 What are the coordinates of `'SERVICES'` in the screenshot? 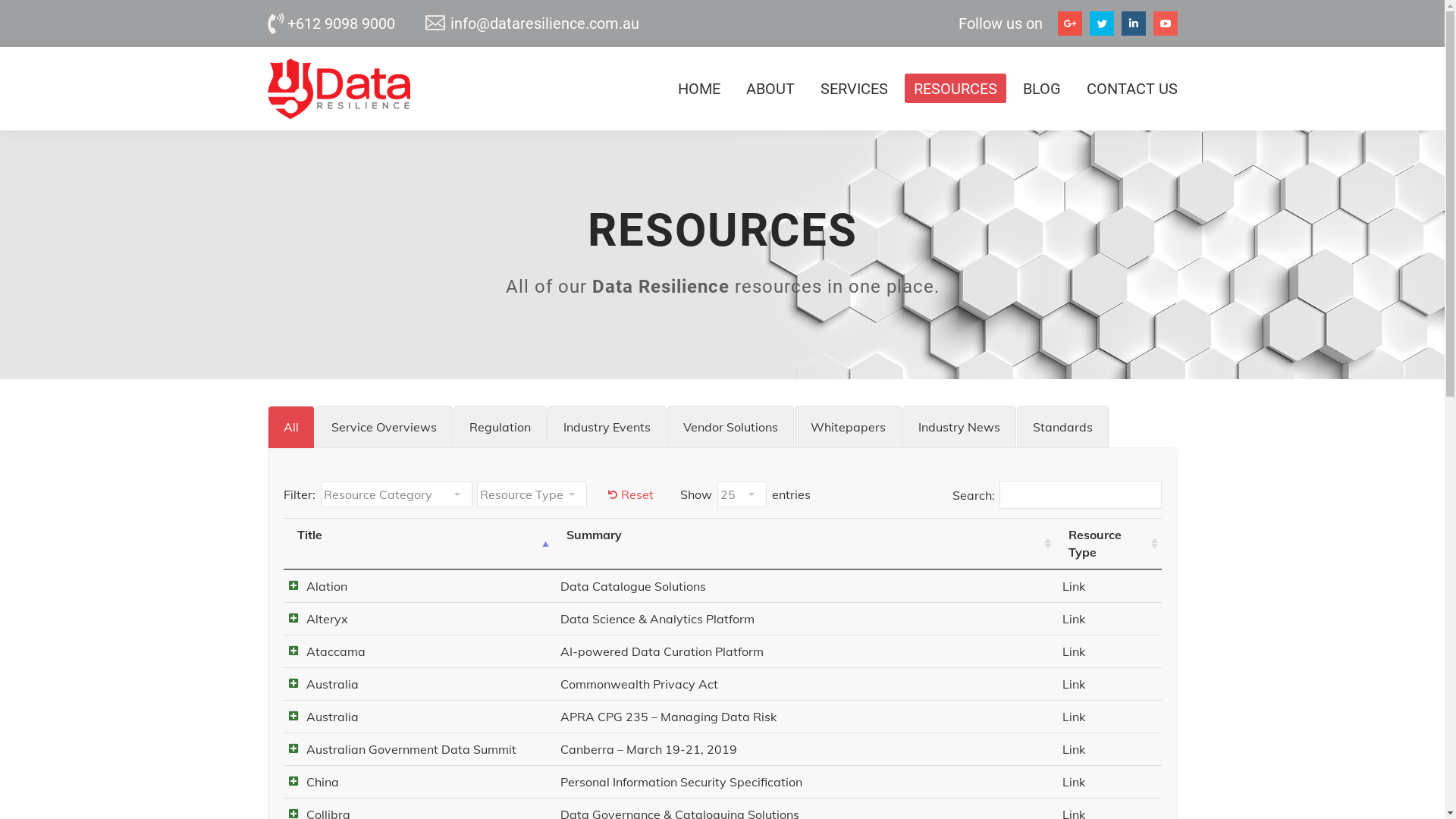 It's located at (854, 88).